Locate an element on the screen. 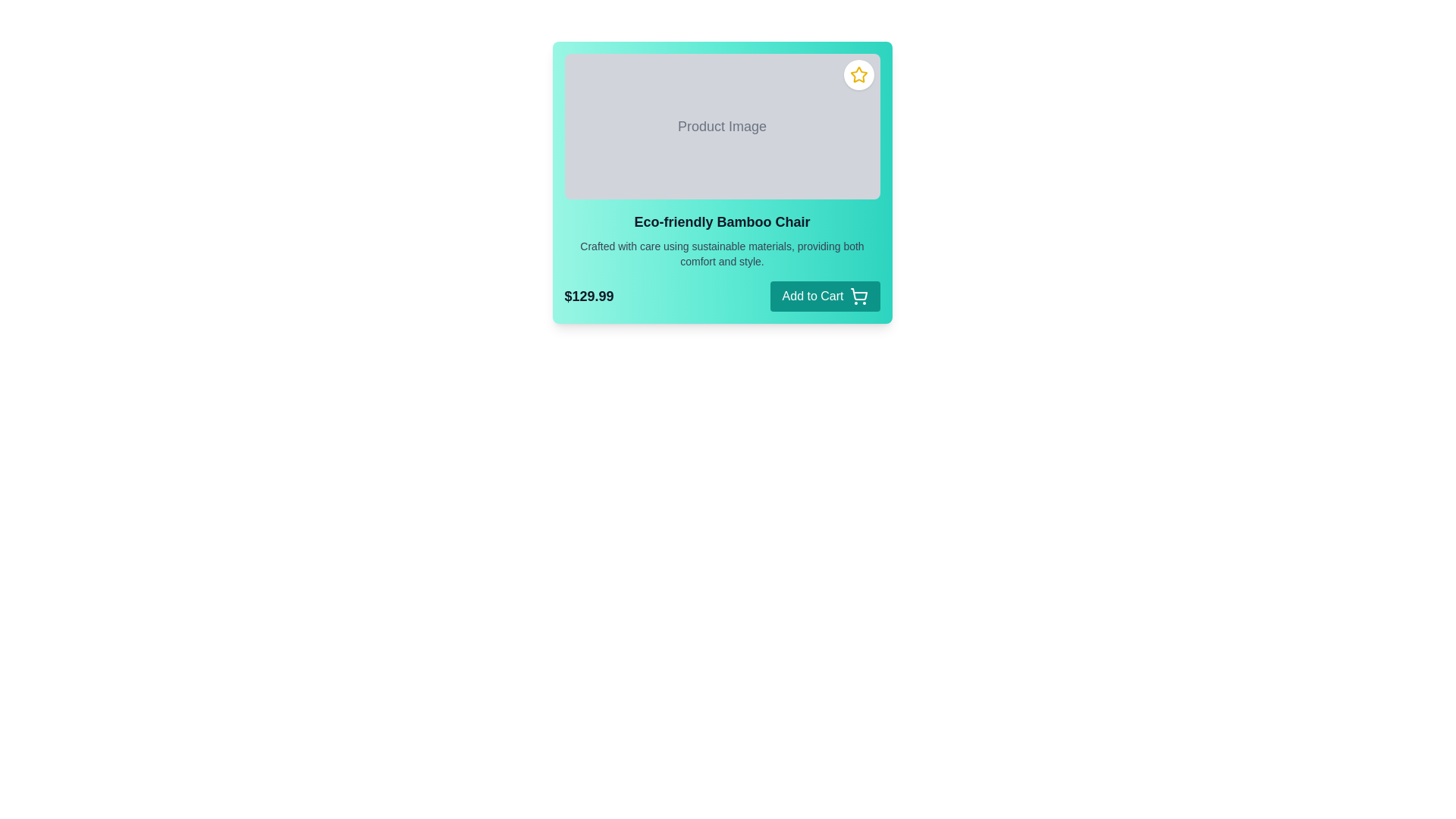  the eco-friendly product name and description text component is located at coordinates (721, 239).